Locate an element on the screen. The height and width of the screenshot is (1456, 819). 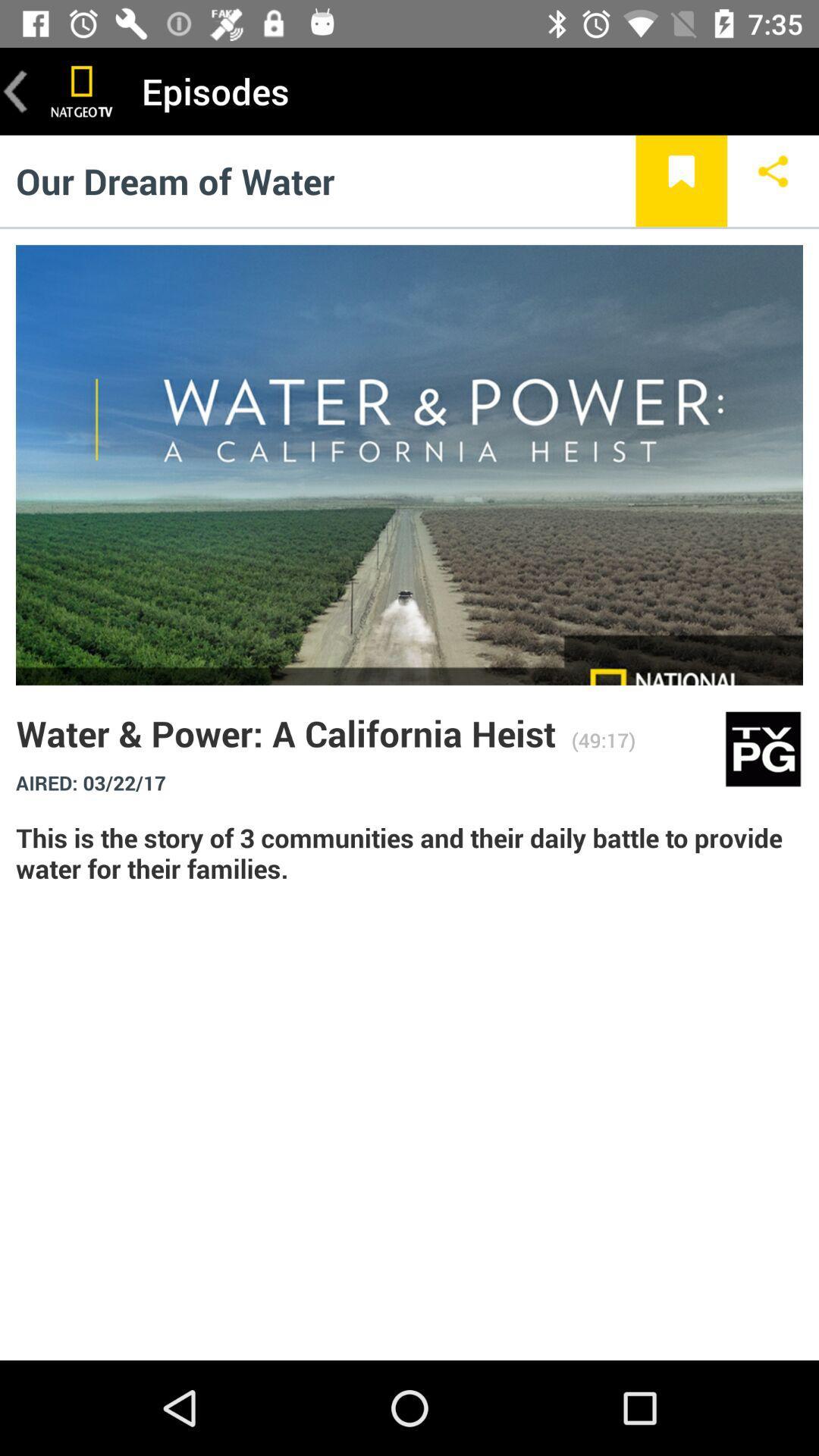
connect to bluetooth is located at coordinates (773, 180).